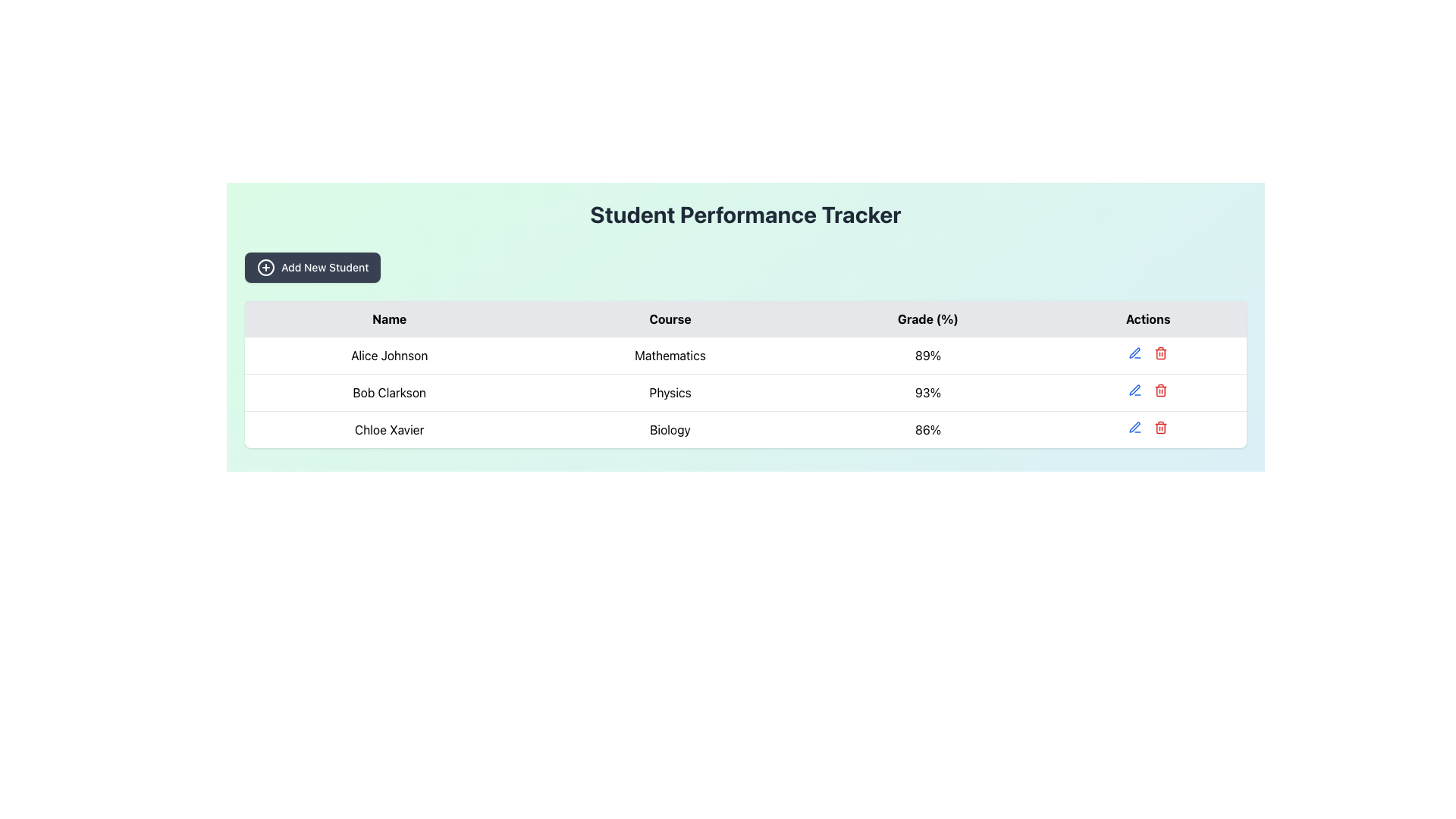 Image resolution: width=1456 pixels, height=819 pixels. What do you see at coordinates (669, 429) in the screenshot?
I see `the text label displaying 'Biology' located in the second row of the 'Course' column in the table, aligned with 'Chloe Xavier' and '86%'` at bounding box center [669, 429].